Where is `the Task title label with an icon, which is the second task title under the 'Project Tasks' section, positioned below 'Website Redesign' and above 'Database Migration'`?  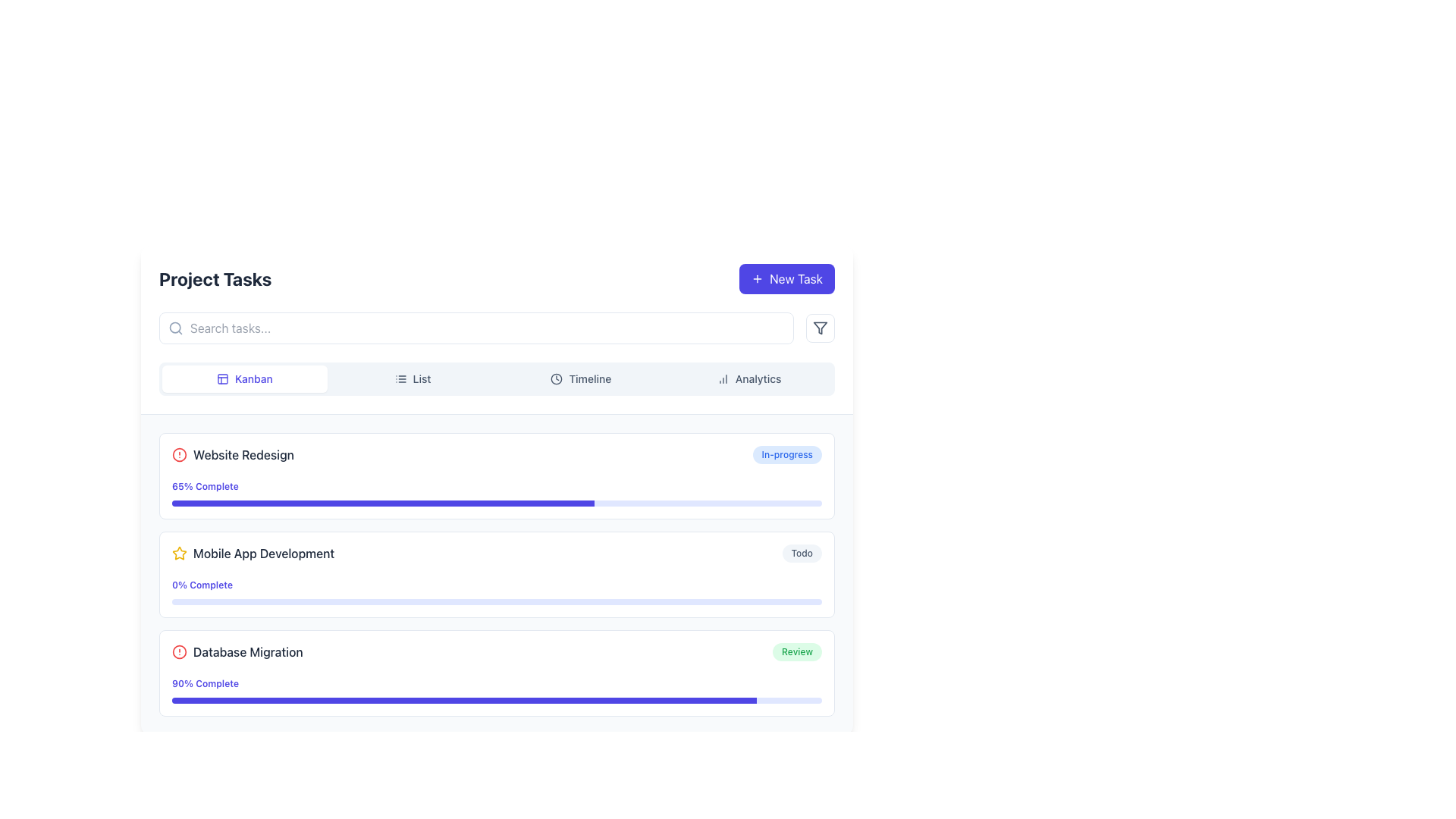
the Task title label with an icon, which is the second task title under the 'Project Tasks' section, positioned below 'Website Redesign' and above 'Database Migration' is located at coordinates (253, 553).